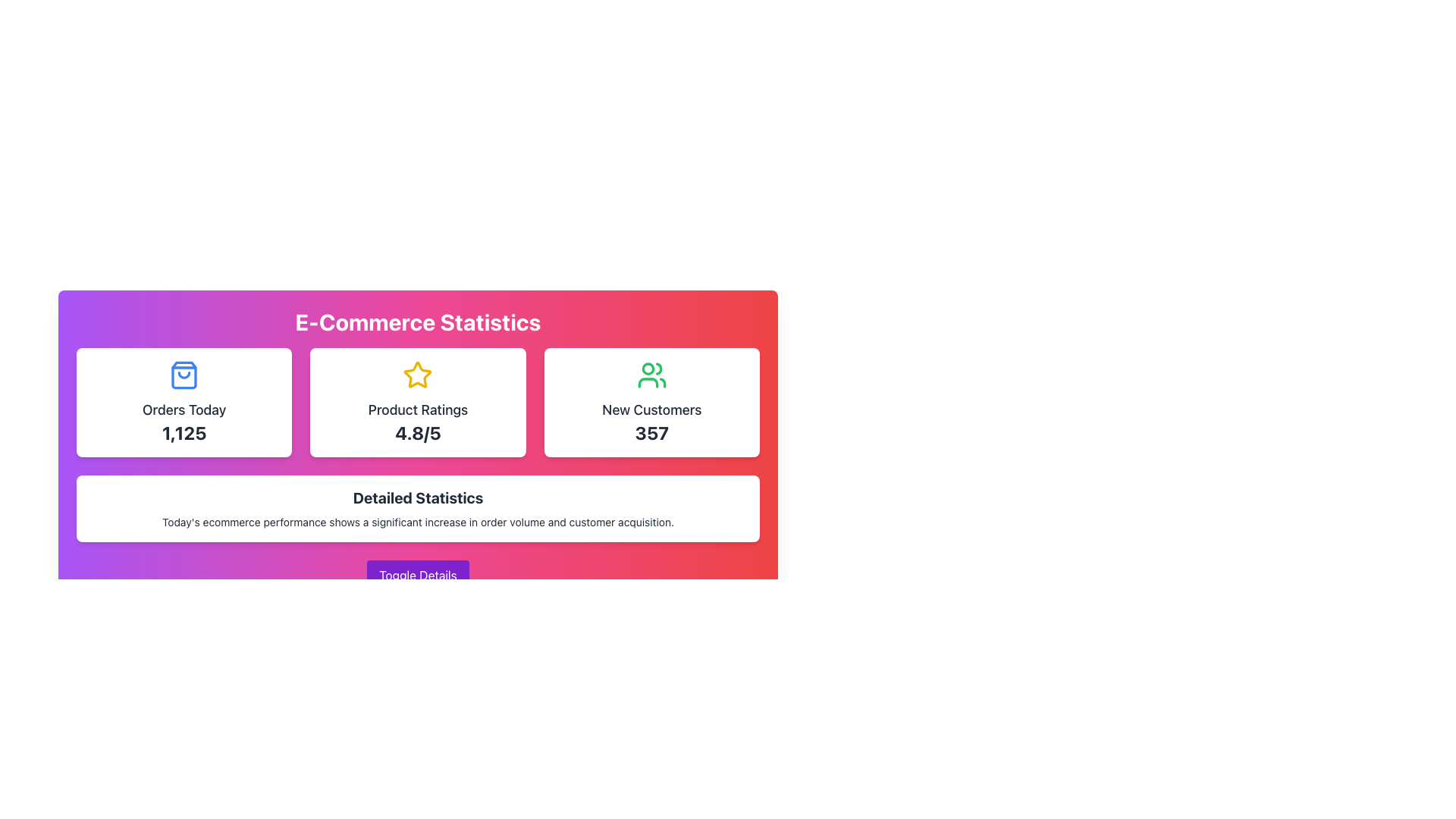 The height and width of the screenshot is (819, 1456). Describe the element at coordinates (418, 432) in the screenshot. I see `the text element displaying the rating '4.8/5', which is bold and prominently styled in black, located beneath the 'Product Ratings' label` at that location.